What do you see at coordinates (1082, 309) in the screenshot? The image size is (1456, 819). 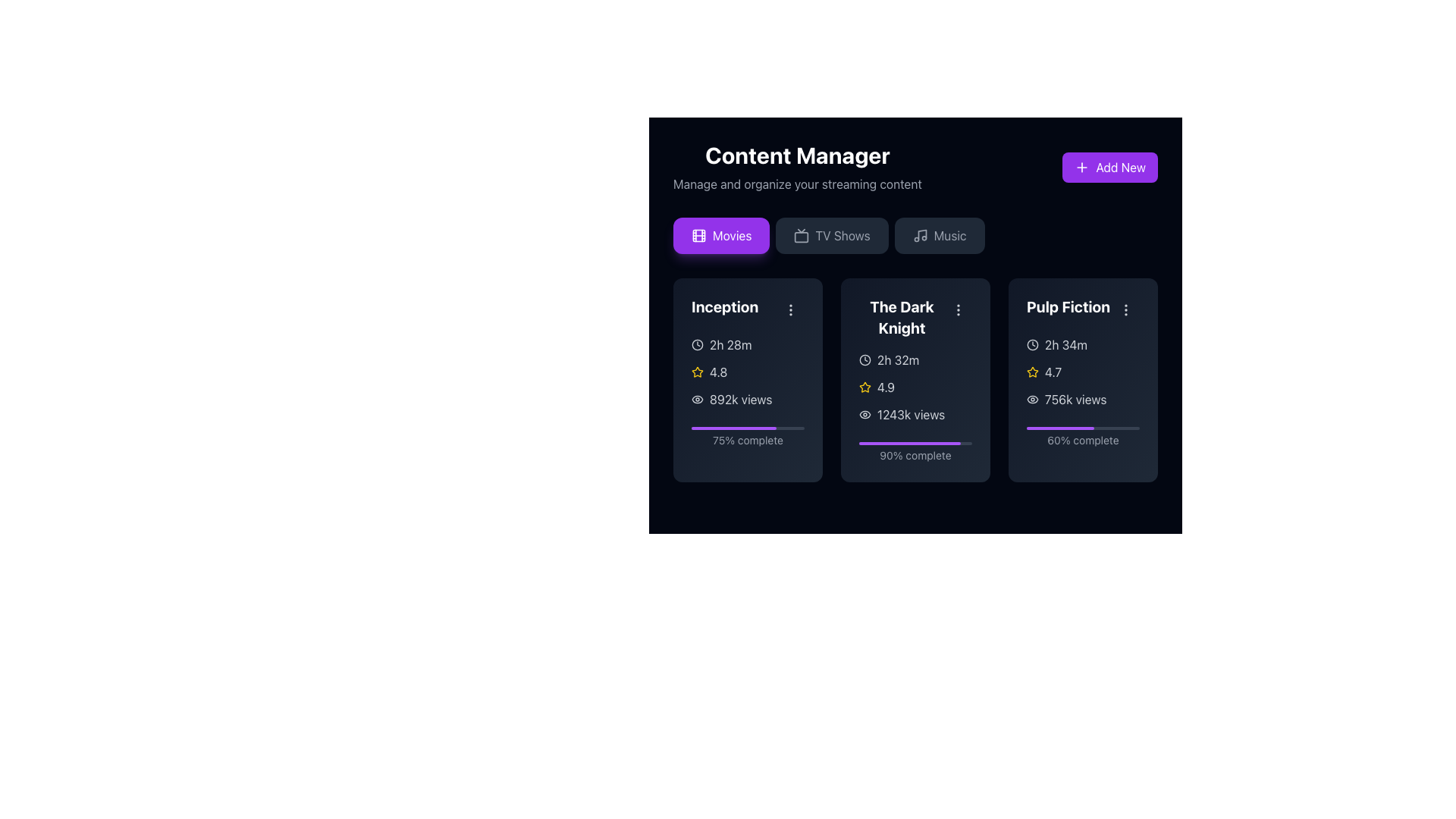 I see `the Text label located at the top-right card, which serves as the title or main identifier of the content represented by the card` at bounding box center [1082, 309].